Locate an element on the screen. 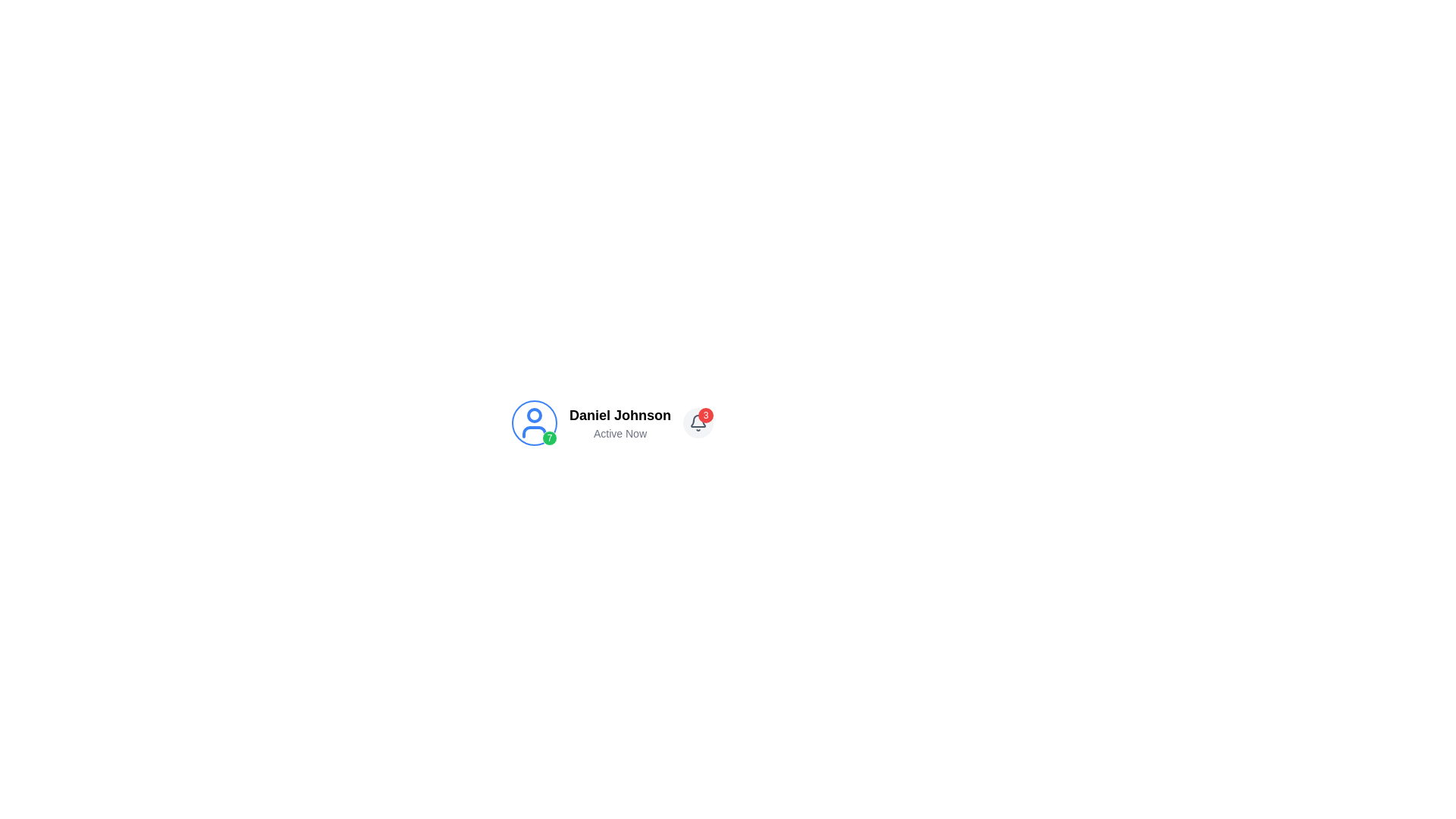 This screenshot has width=1456, height=819. the text label displaying 'Daniel Johnson' with the status 'Active Now', located centrally between a profile icon and a bell icon is located at coordinates (620, 423).